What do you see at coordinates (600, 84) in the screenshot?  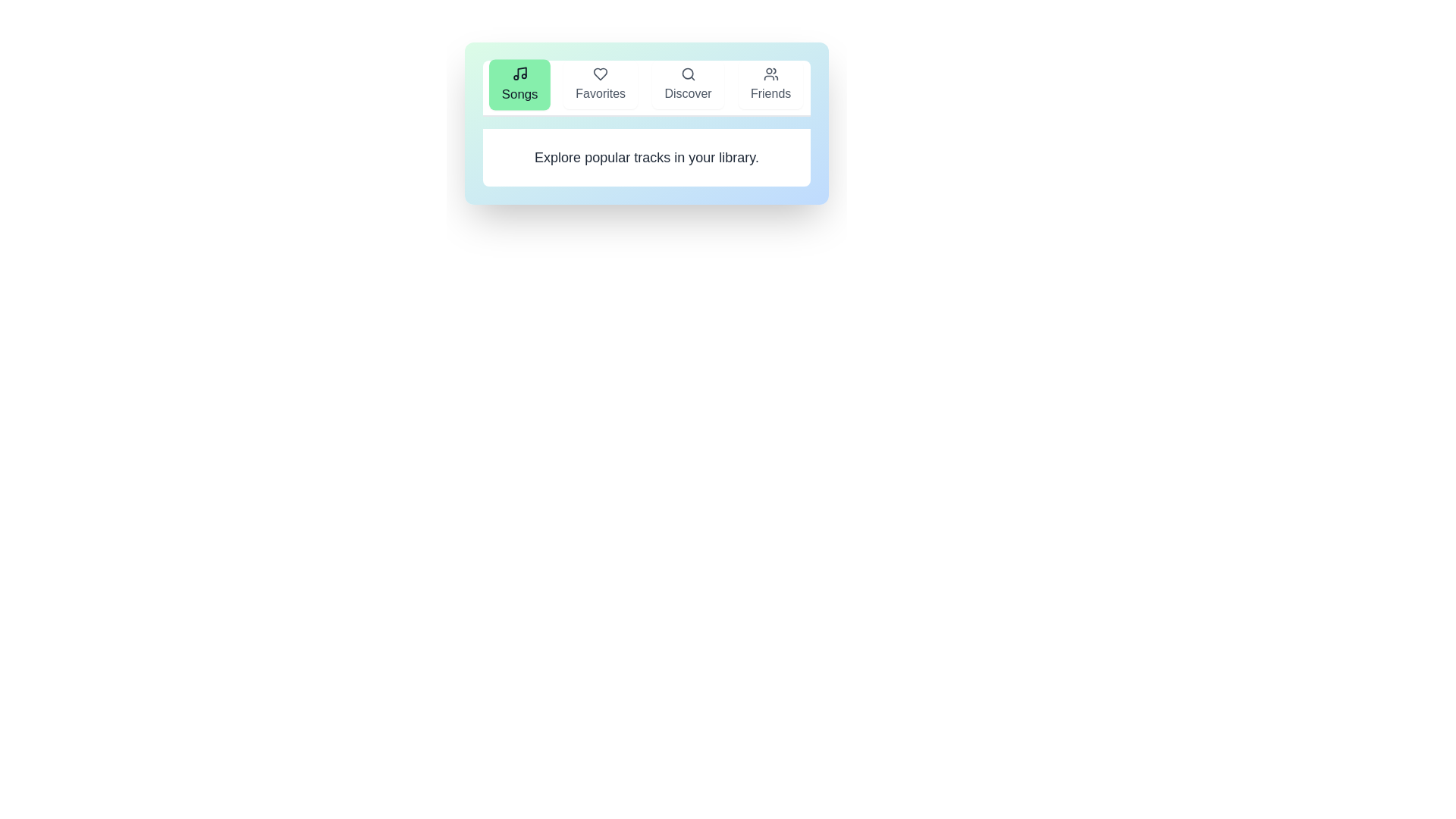 I see `the tab labeled Favorites to observe its hover styling` at bounding box center [600, 84].